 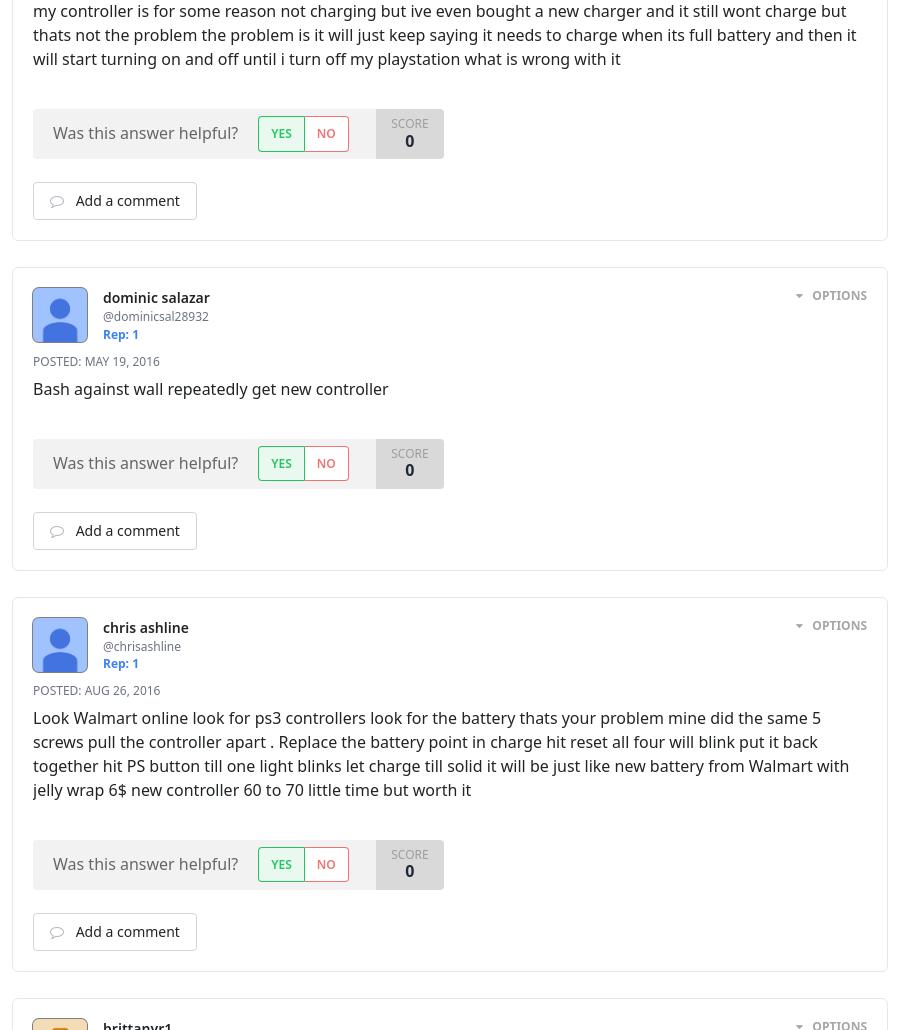 What do you see at coordinates (101, 644) in the screenshot?
I see `'@chrisashline'` at bounding box center [101, 644].